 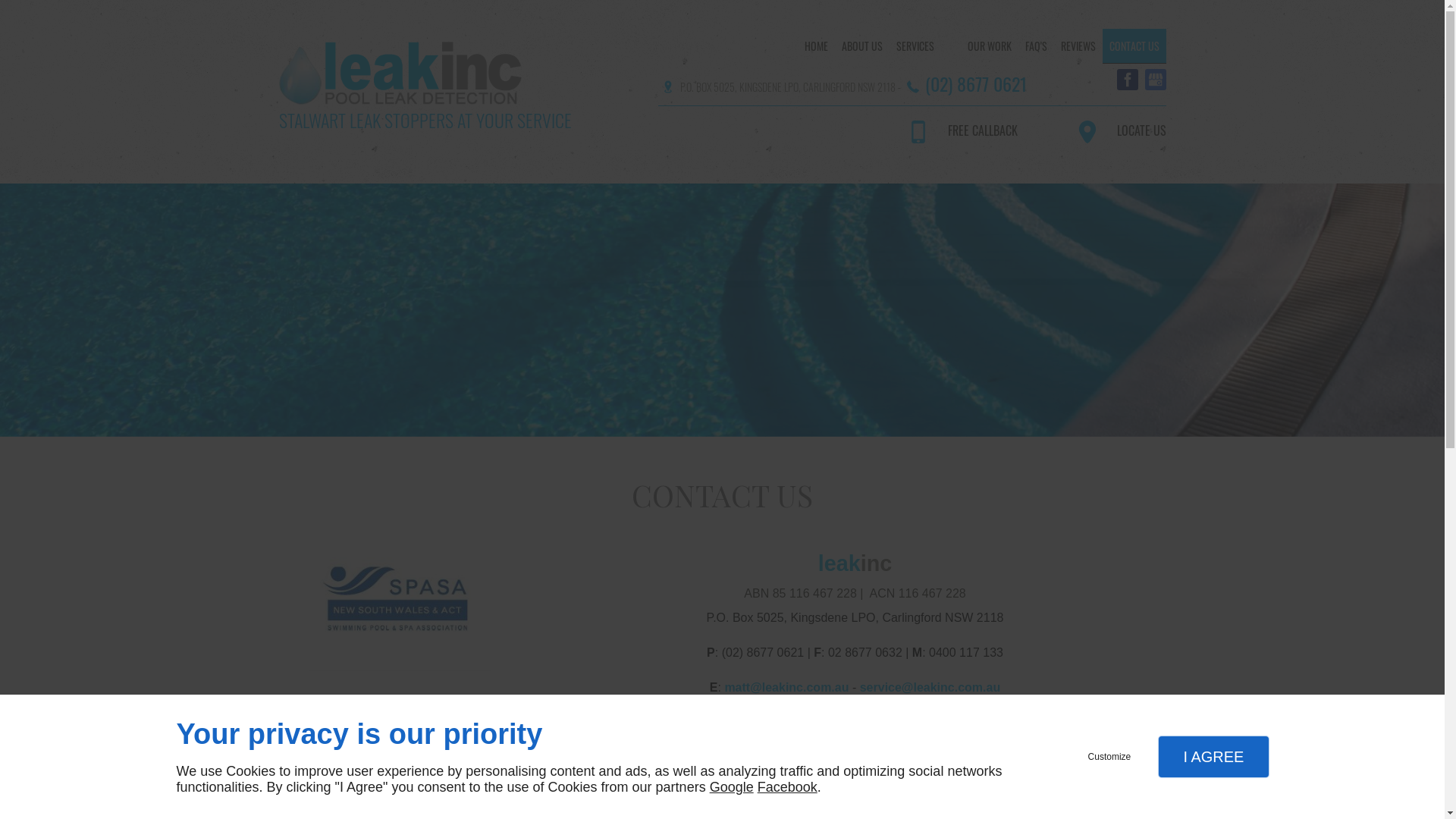 What do you see at coordinates (731, 786) in the screenshot?
I see `'Google'` at bounding box center [731, 786].